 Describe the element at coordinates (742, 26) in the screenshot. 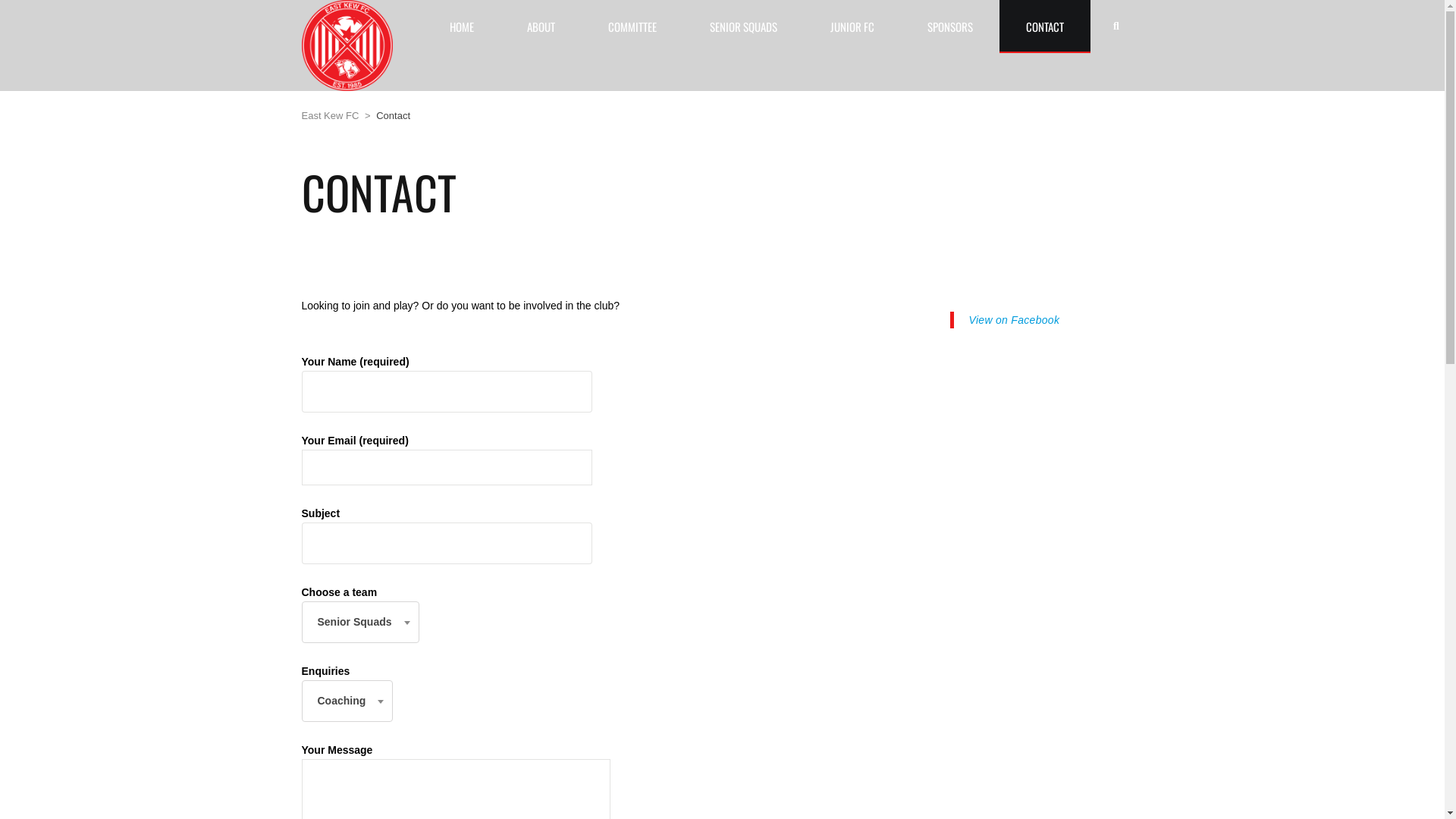

I see `'SENIOR SQUADS'` at that location.